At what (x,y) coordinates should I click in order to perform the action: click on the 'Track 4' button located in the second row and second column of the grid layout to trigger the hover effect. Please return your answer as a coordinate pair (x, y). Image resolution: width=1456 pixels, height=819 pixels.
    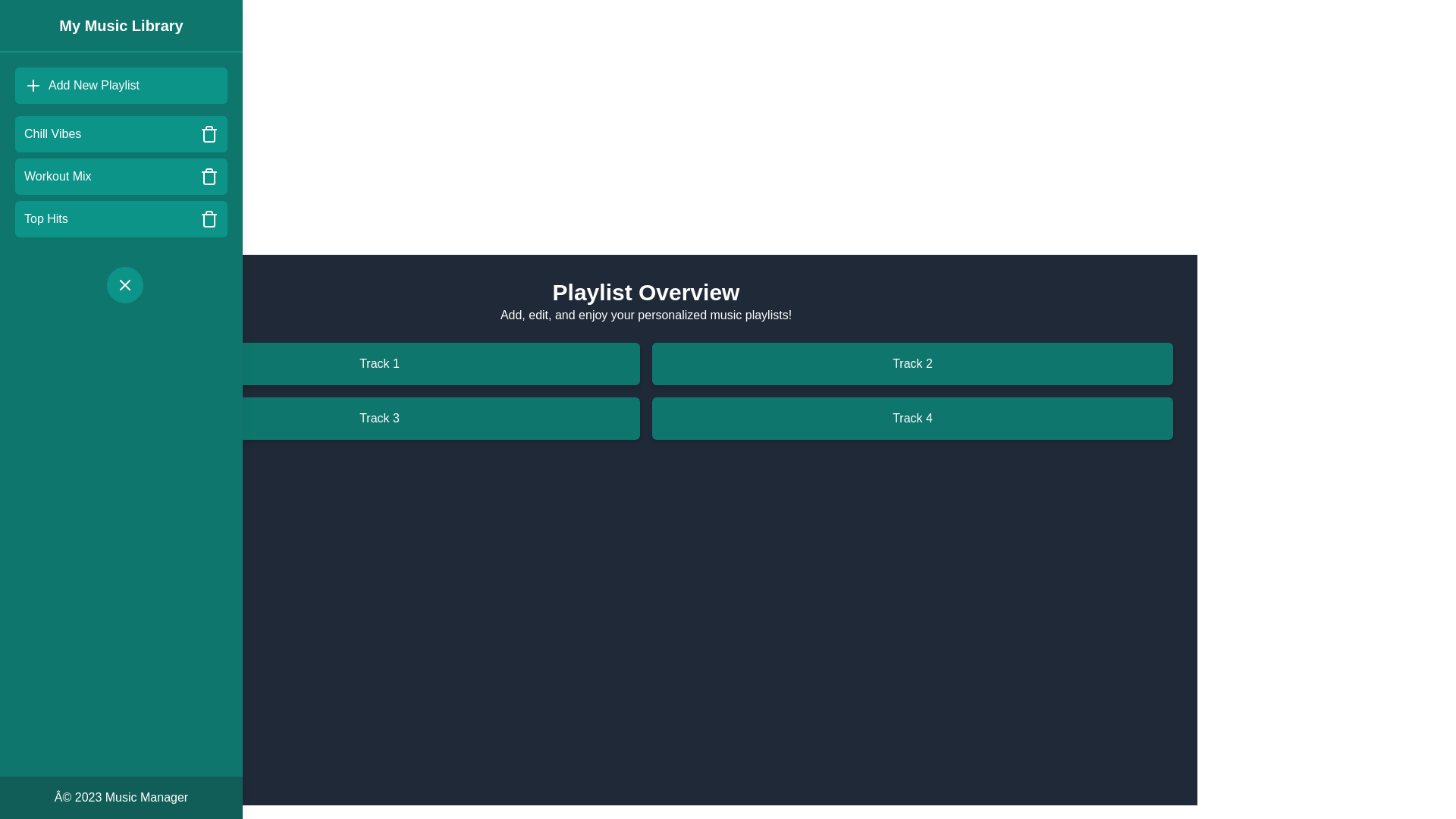
    Looking at the image, I should click on (912, 418).